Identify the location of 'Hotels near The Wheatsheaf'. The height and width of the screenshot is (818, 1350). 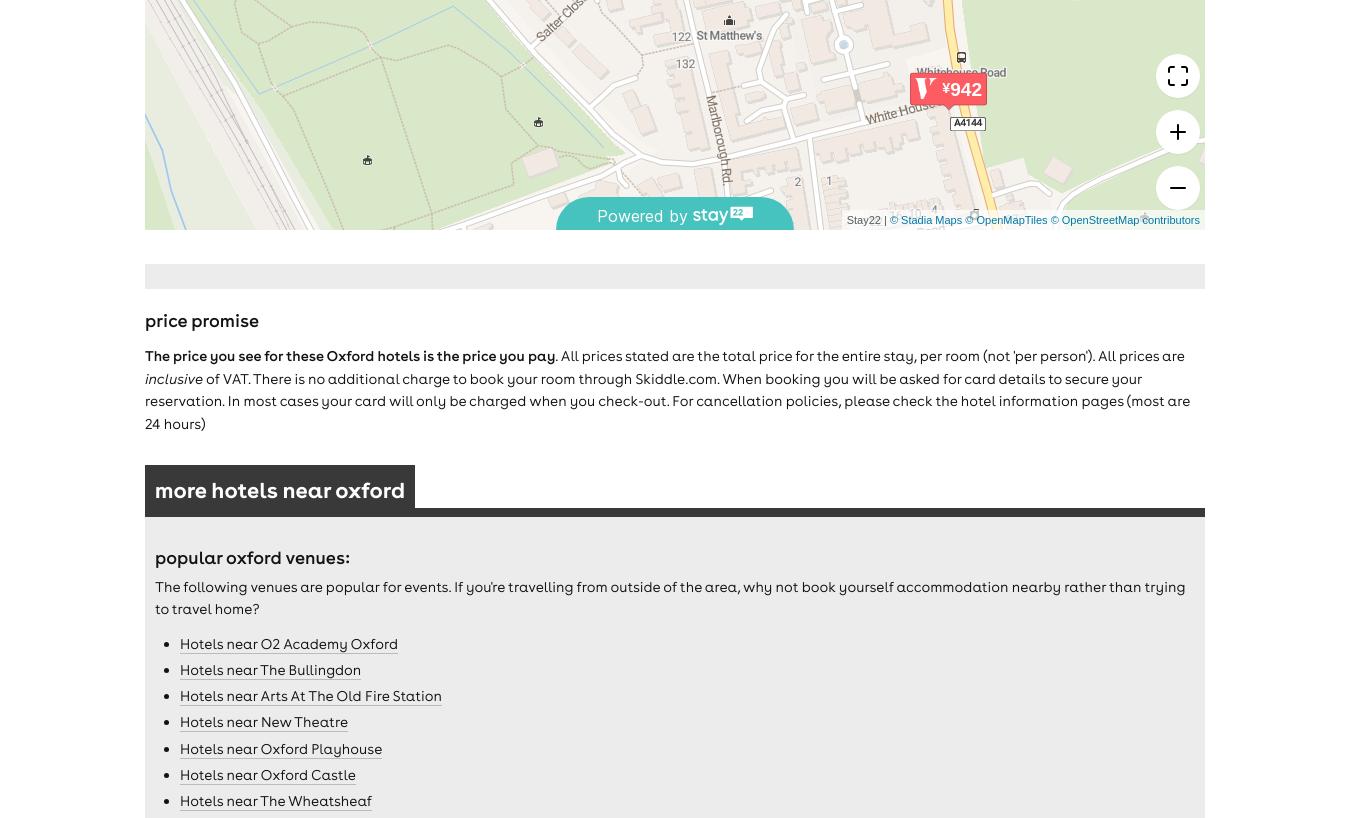
(274, 800).